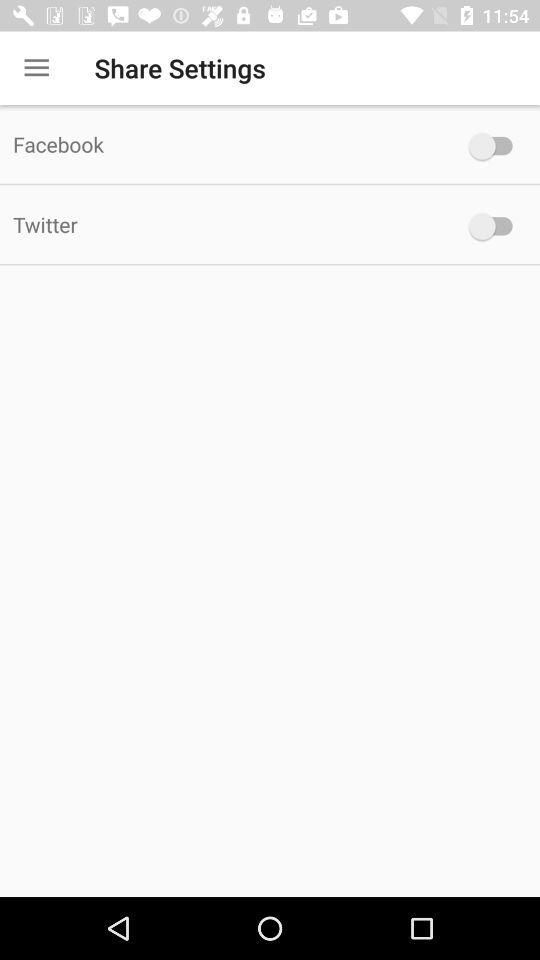 The width and height of the screenshot is (540, 960). I want to click on option to share on twitter, so click(494, 226).